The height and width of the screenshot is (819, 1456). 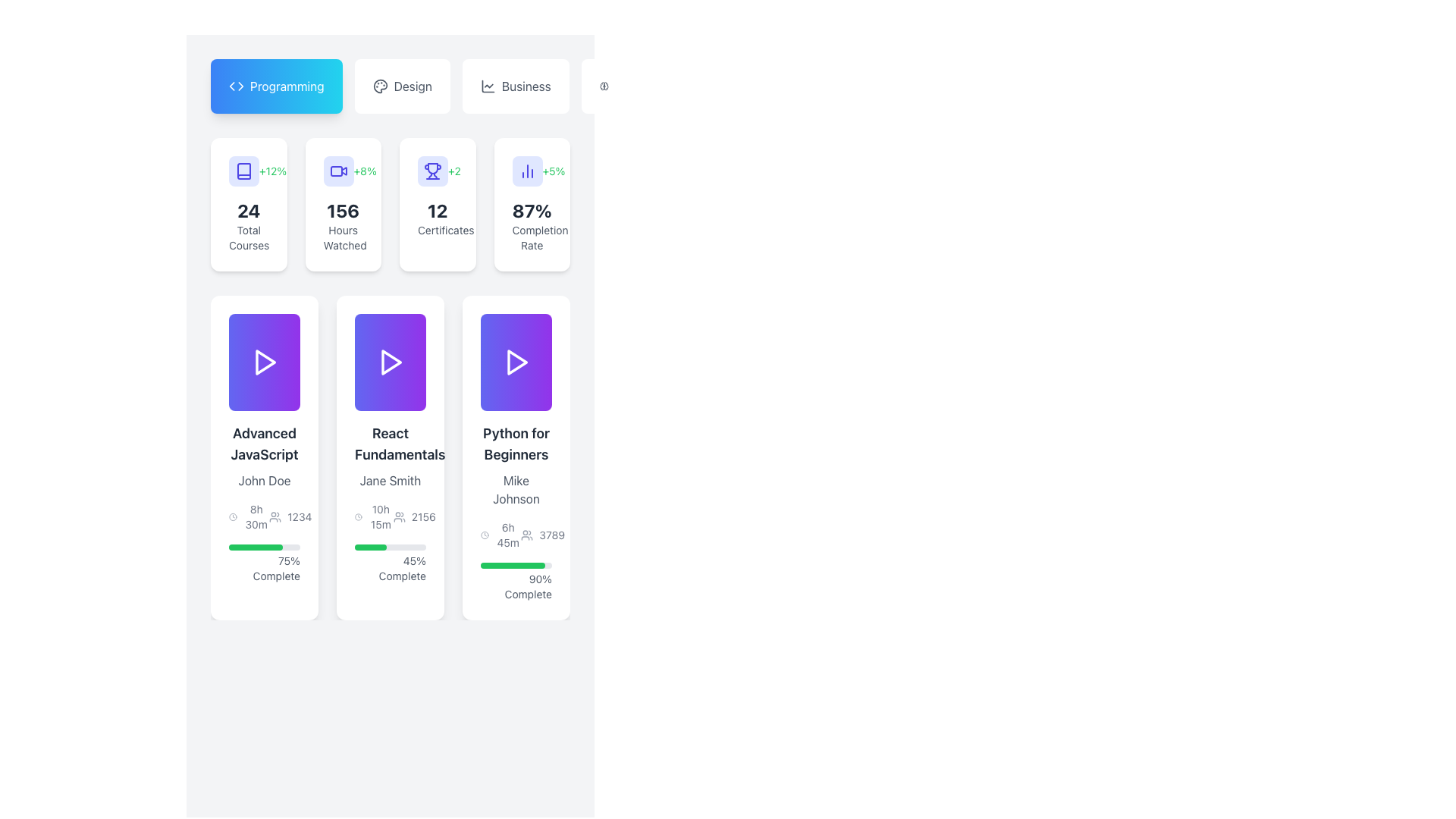 What do you see at coordinates (374, 516) in the screenshot?
I see `displayed duration from the label with a clock icon and the text '10h 15m', located in the second card from the left, above a green progress bar` at bounding box center [374, 516].